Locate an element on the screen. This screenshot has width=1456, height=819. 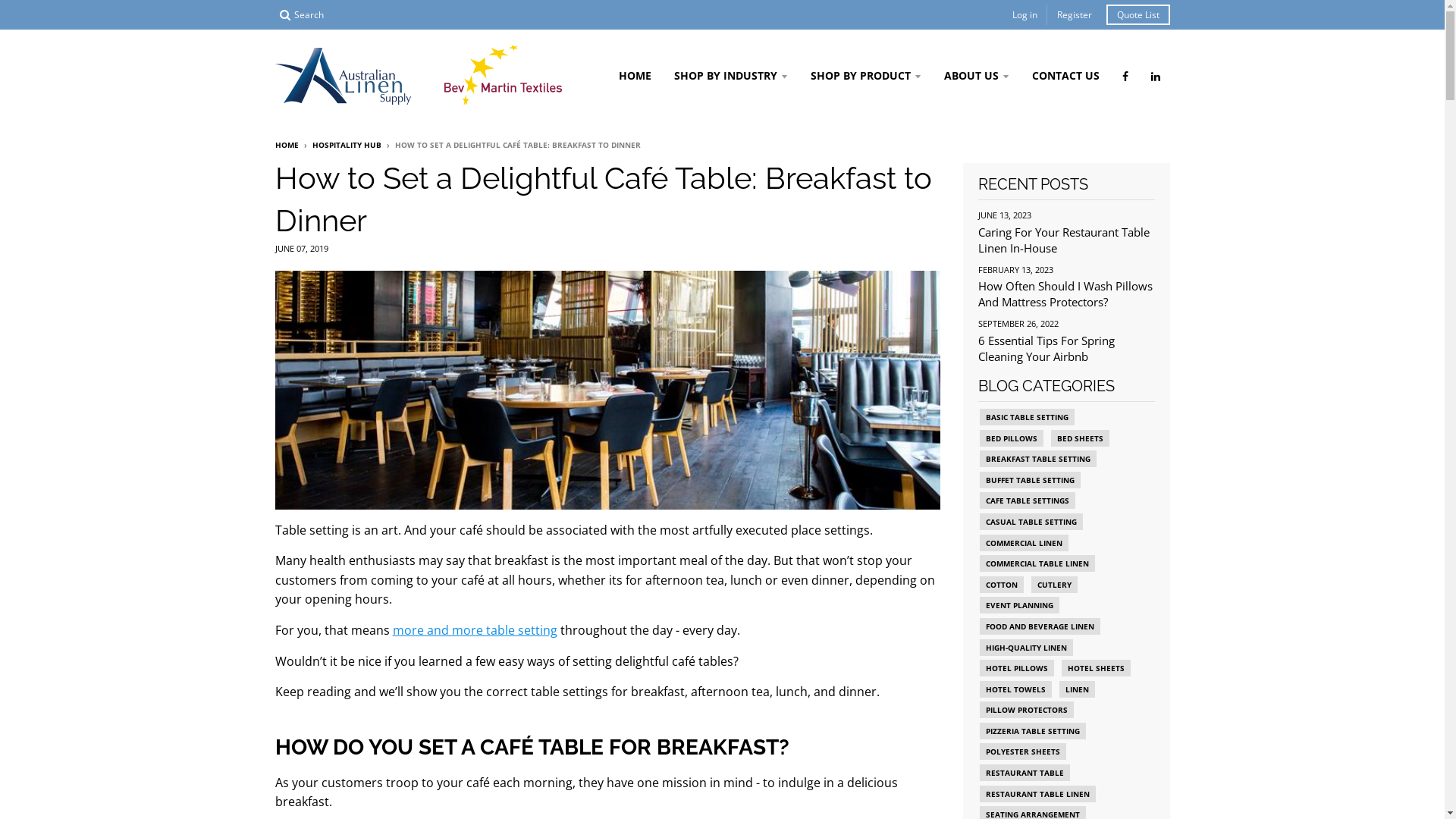
'BUFFET TABLE SETTING' is located at coordinates (1030, 479).